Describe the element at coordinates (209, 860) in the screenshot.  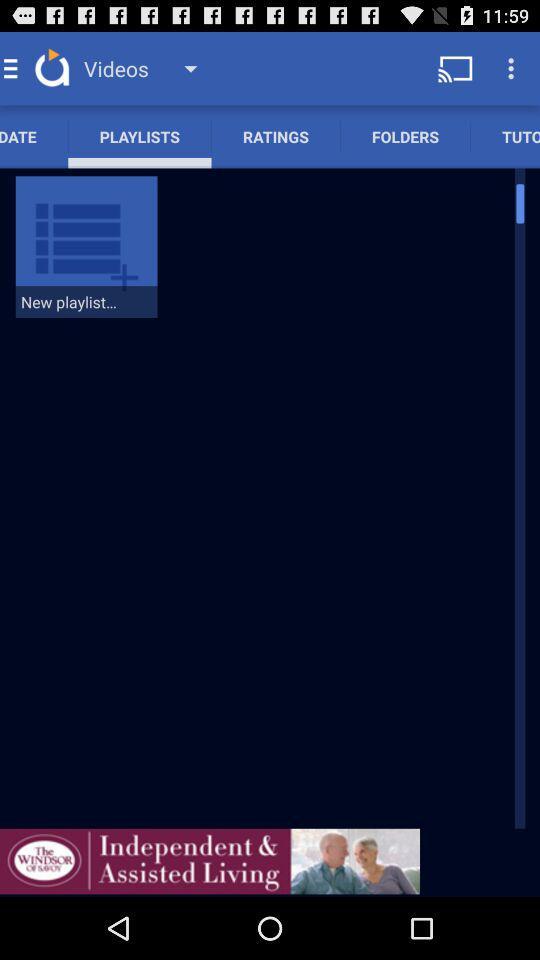
I see `advertisement link to different site` at that location.